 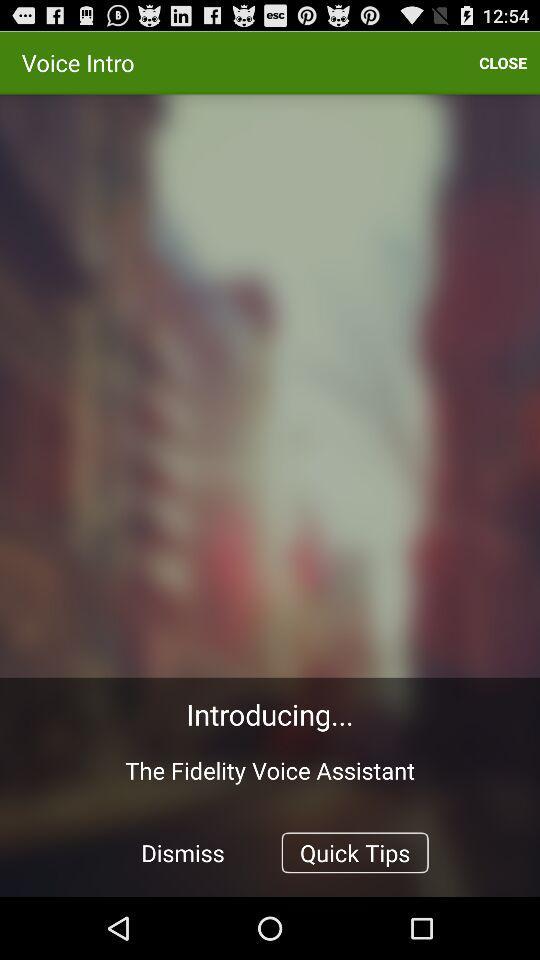 What do you see at coordinates (502, 62) in the screenshot?
I see `close` at bounding box center [502, 62].